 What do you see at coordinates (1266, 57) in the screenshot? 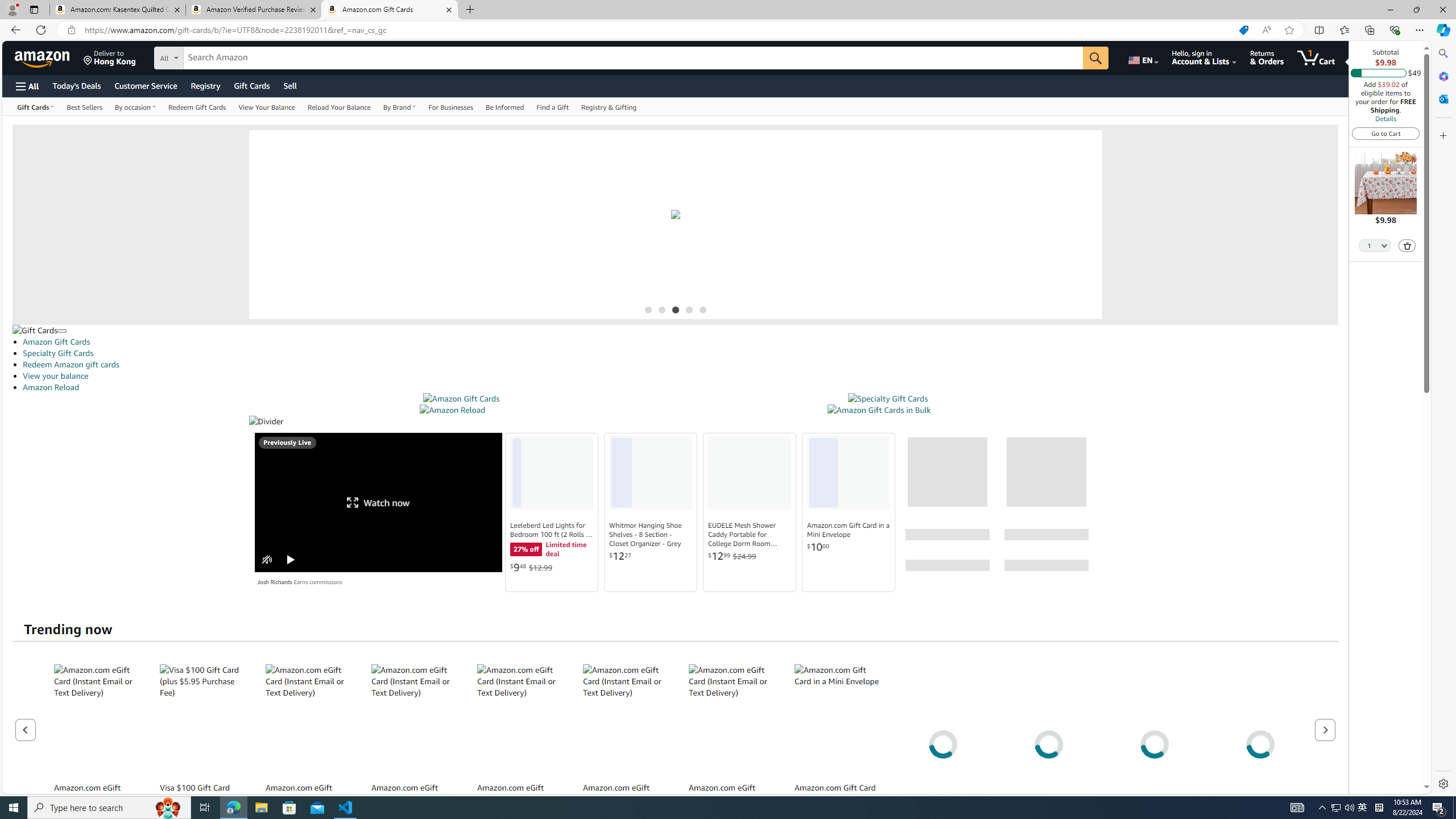
I see `'Returns & Orders'` at bounding box center [1266, 57].